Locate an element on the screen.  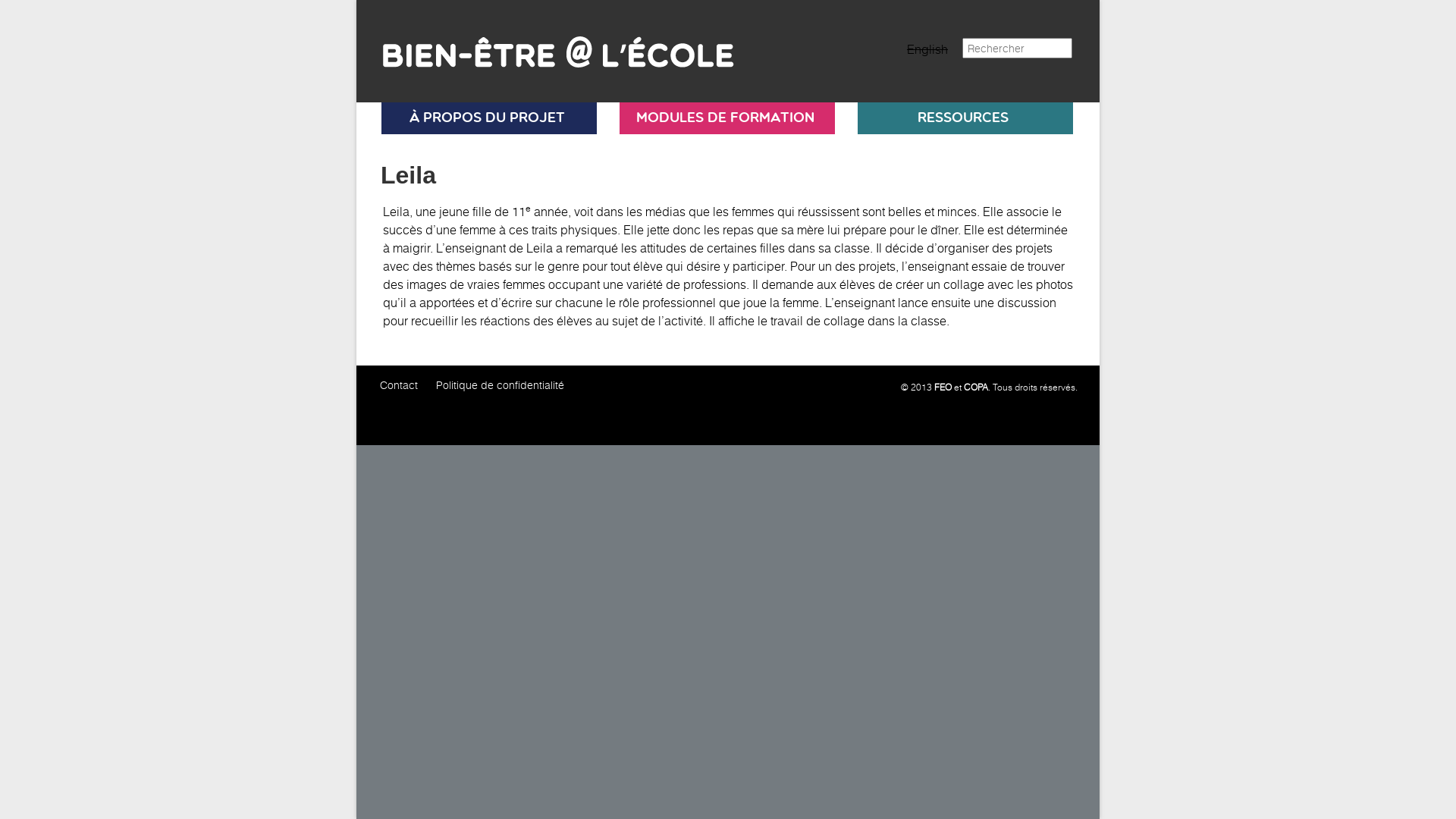
'Ressources' is located at coordinates (962, 117).